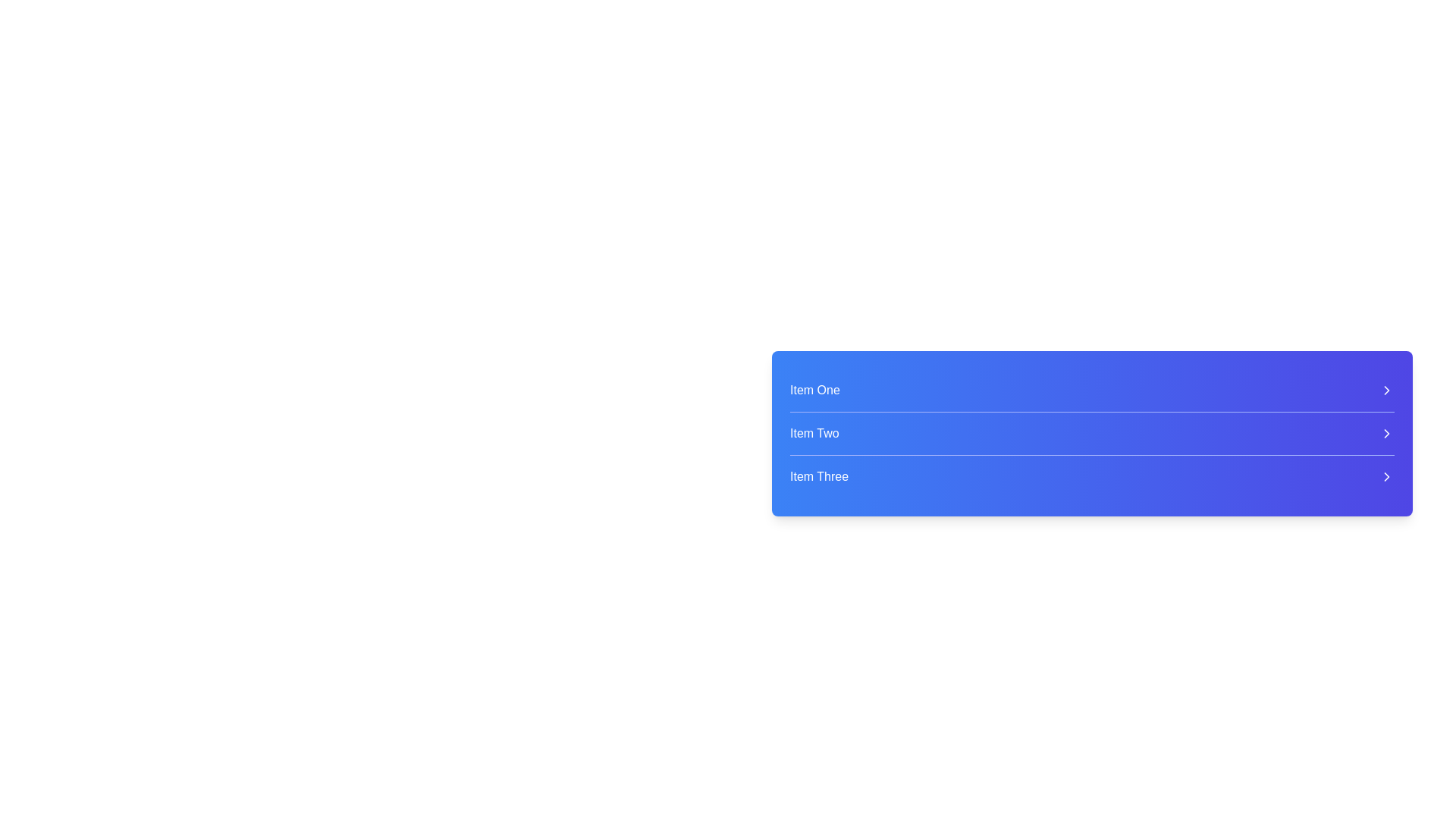 This screenshot has height=819, width=1456. I want to click on the second list item titled 'Item Two' in the vertically arranged list, so click(1092, 433).